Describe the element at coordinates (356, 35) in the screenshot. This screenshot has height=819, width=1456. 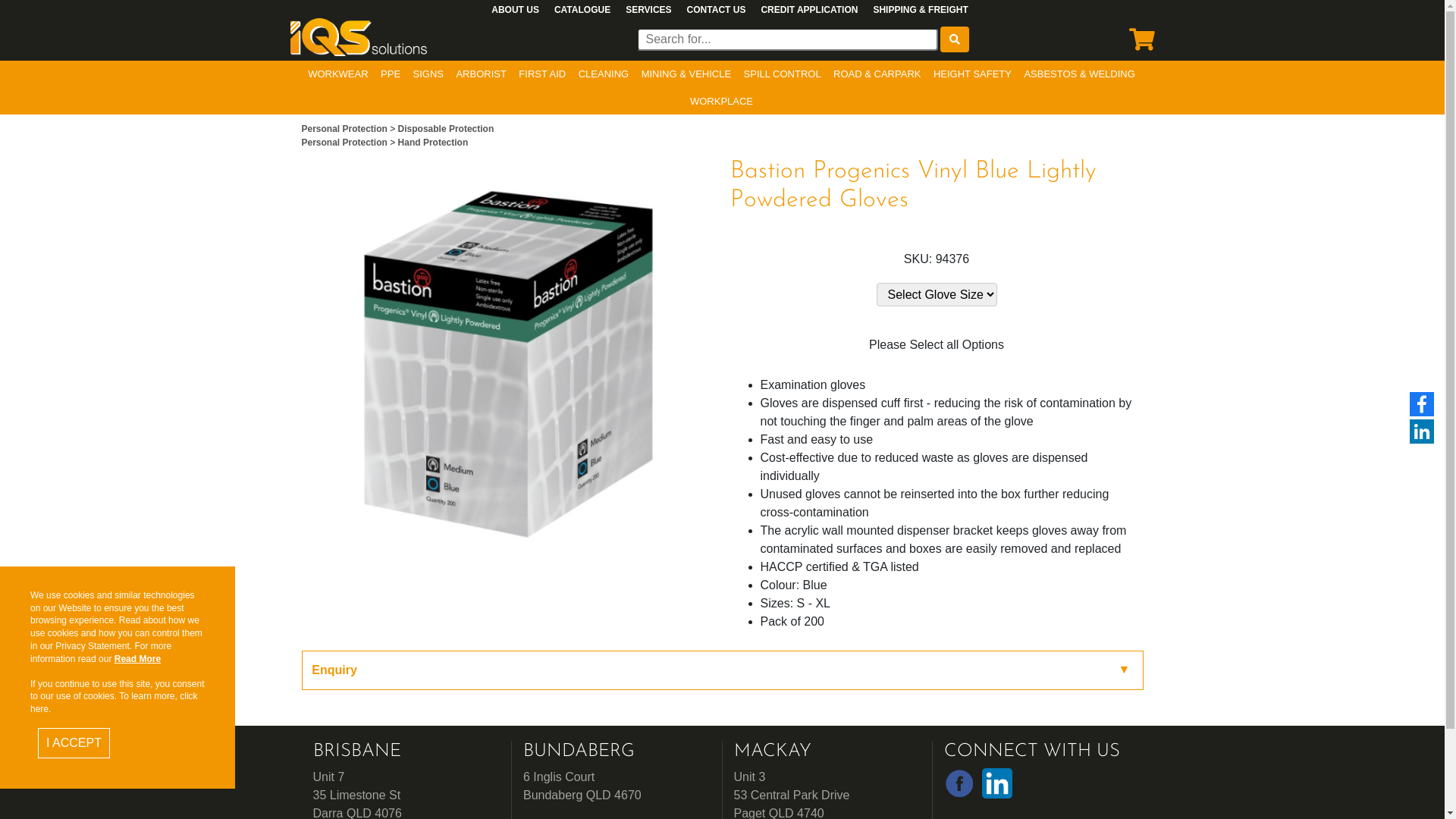
I see `'Business Logo'` at that location.